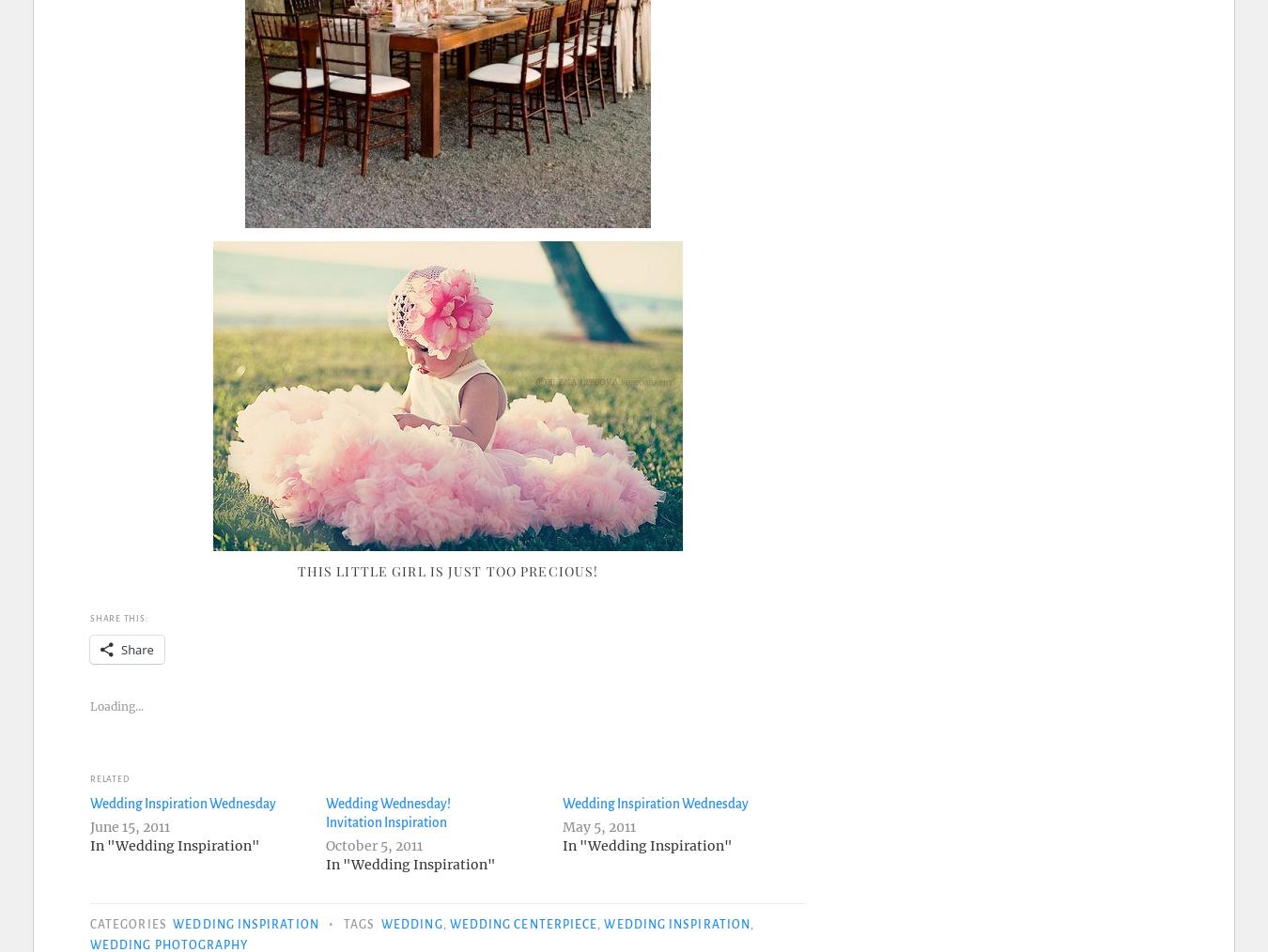 The width and height of the screenshot is (1268, 952). What do you see at coordinates (88, 618) in the screenshot?
I see `'Share this:'` at bounding box center [88, 618].